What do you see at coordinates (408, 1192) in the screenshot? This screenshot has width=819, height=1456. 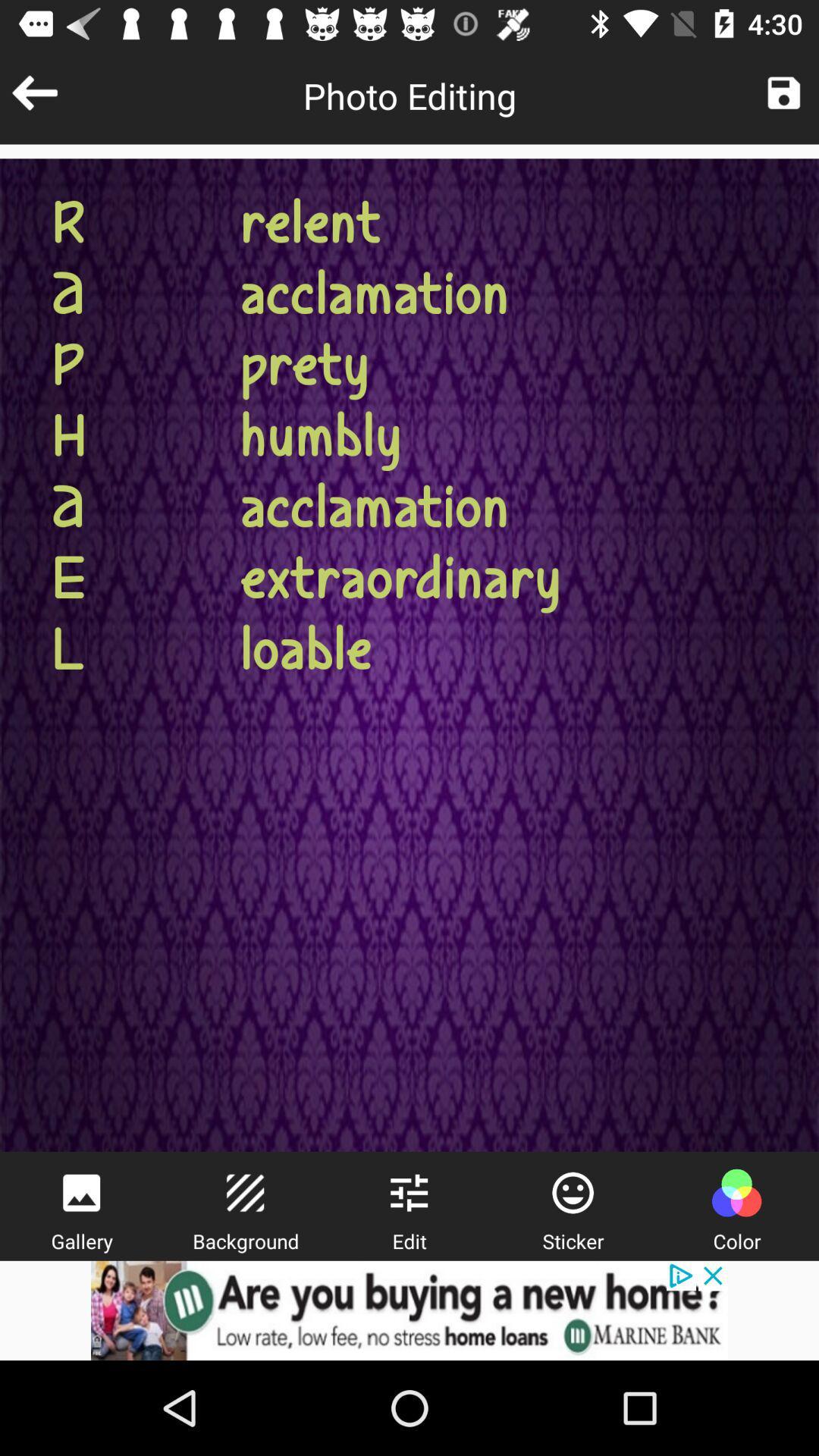 I see `edits the photo` at bounding box center [408, 1192].